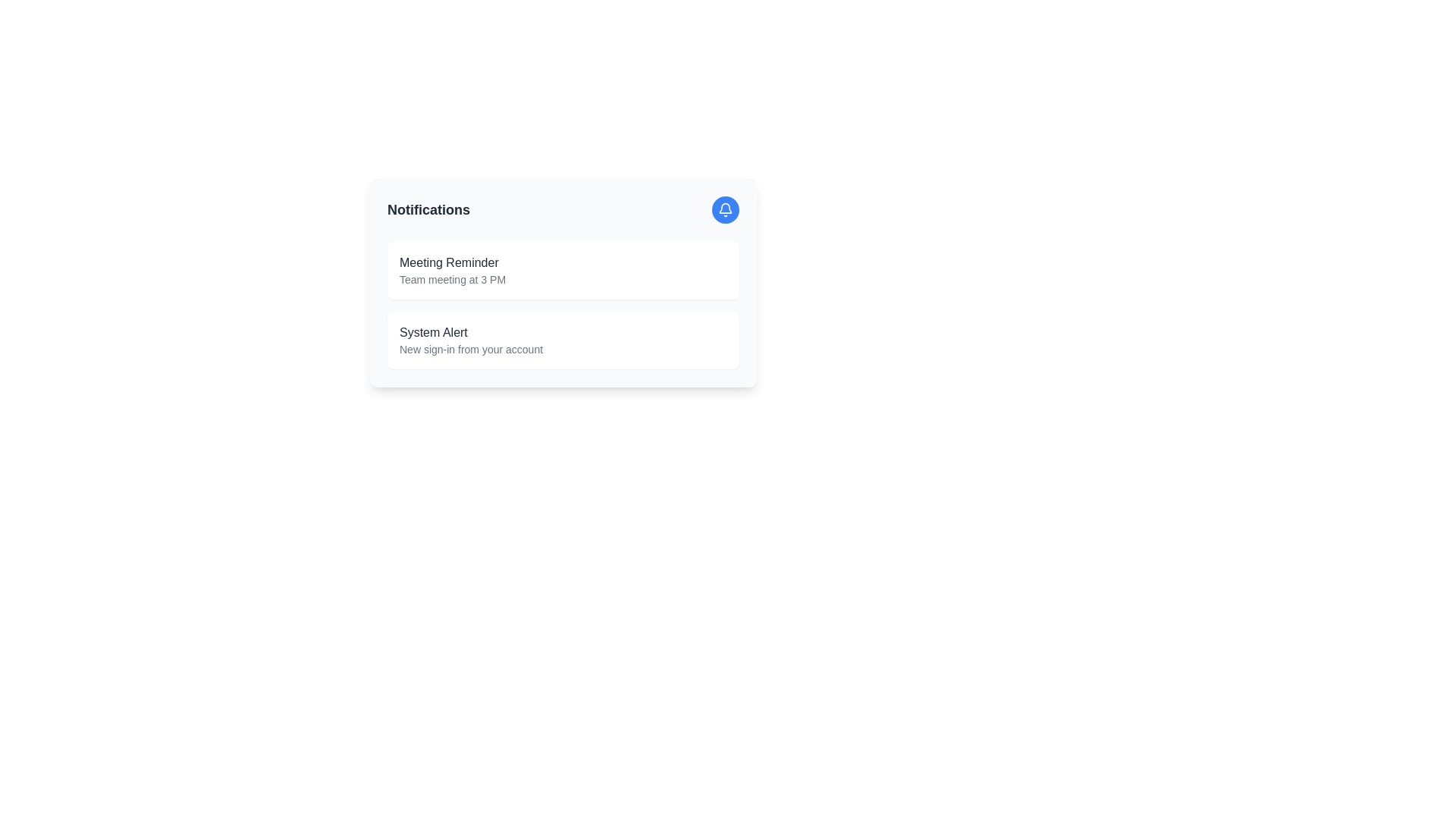 This screenshot has width=1456, height=819. What do you see at coordinates (470, 350) in the screenshot?
I see `the static text element that provides supplementary information about new sign-in activity, located within the 'System Alert' notification card` at bounding box center [470, 350].